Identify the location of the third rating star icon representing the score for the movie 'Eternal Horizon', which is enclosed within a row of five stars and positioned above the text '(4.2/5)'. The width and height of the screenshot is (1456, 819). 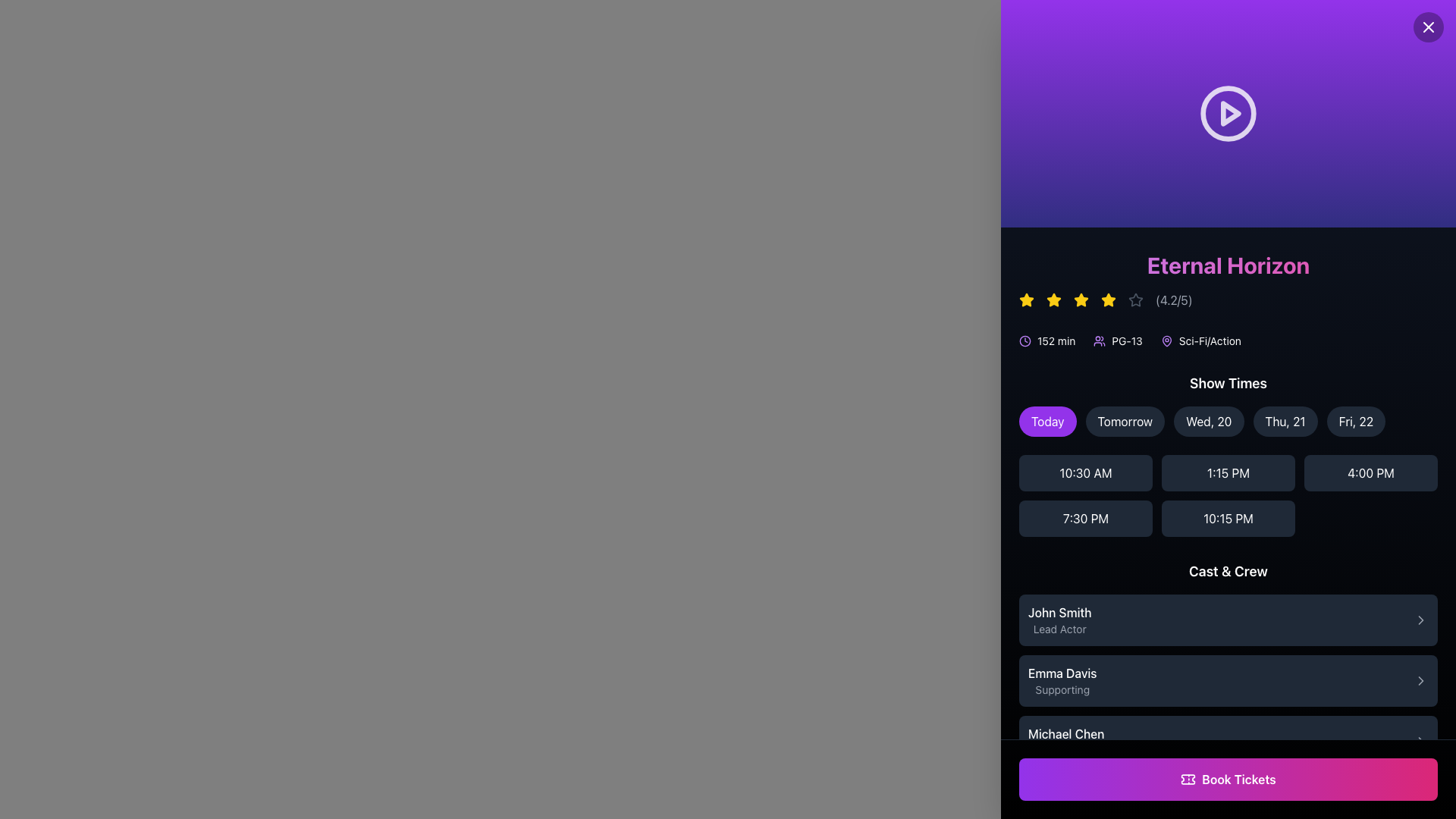
(1080, 300).